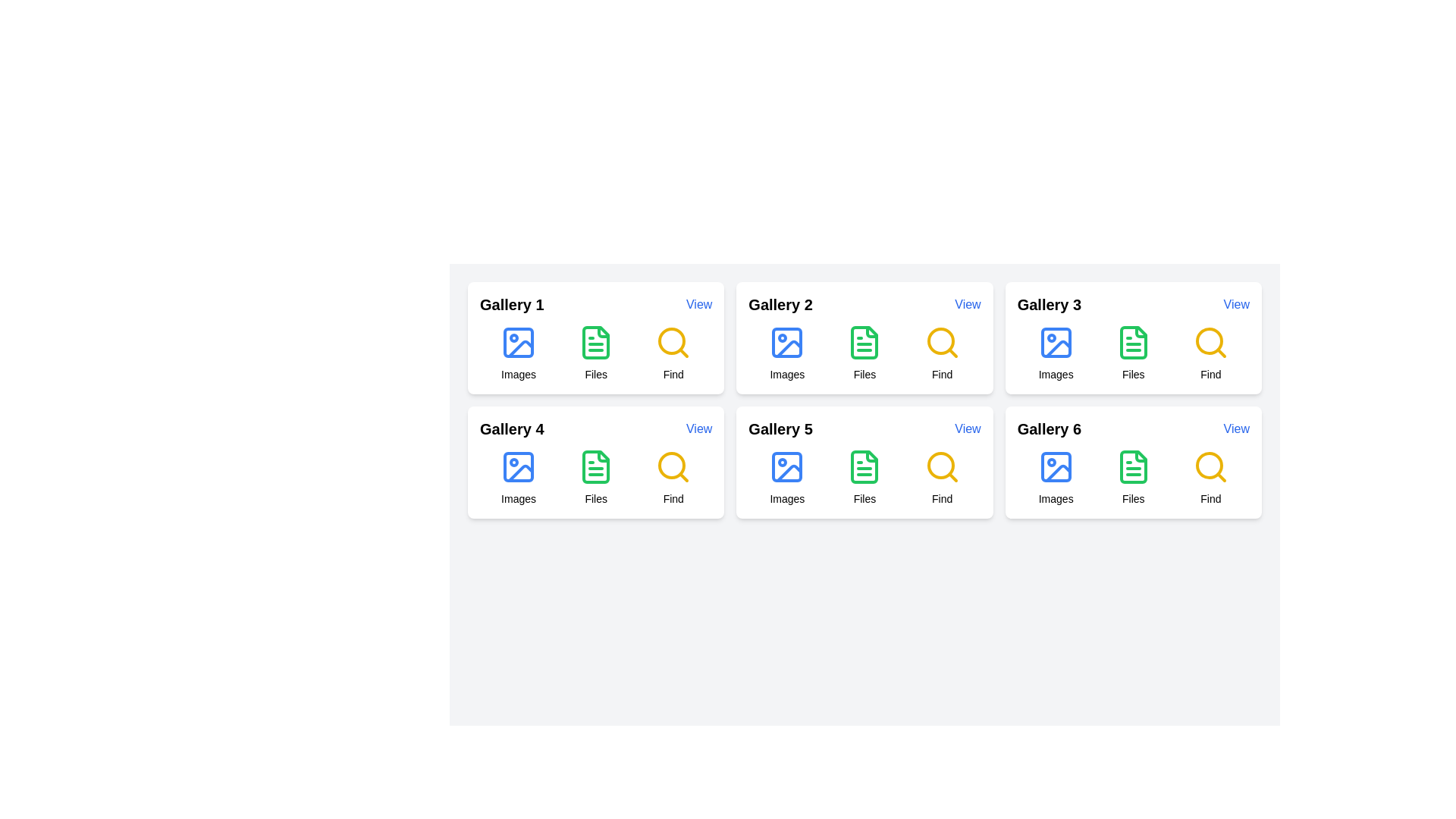 Image resolution: width=1456 pixels, height=819 pixels. Describe the element at coordinates (698, 304) in the screenshot. I see `the navigational link styled as a button to the right of the text 'Gallery 1'` at that location.